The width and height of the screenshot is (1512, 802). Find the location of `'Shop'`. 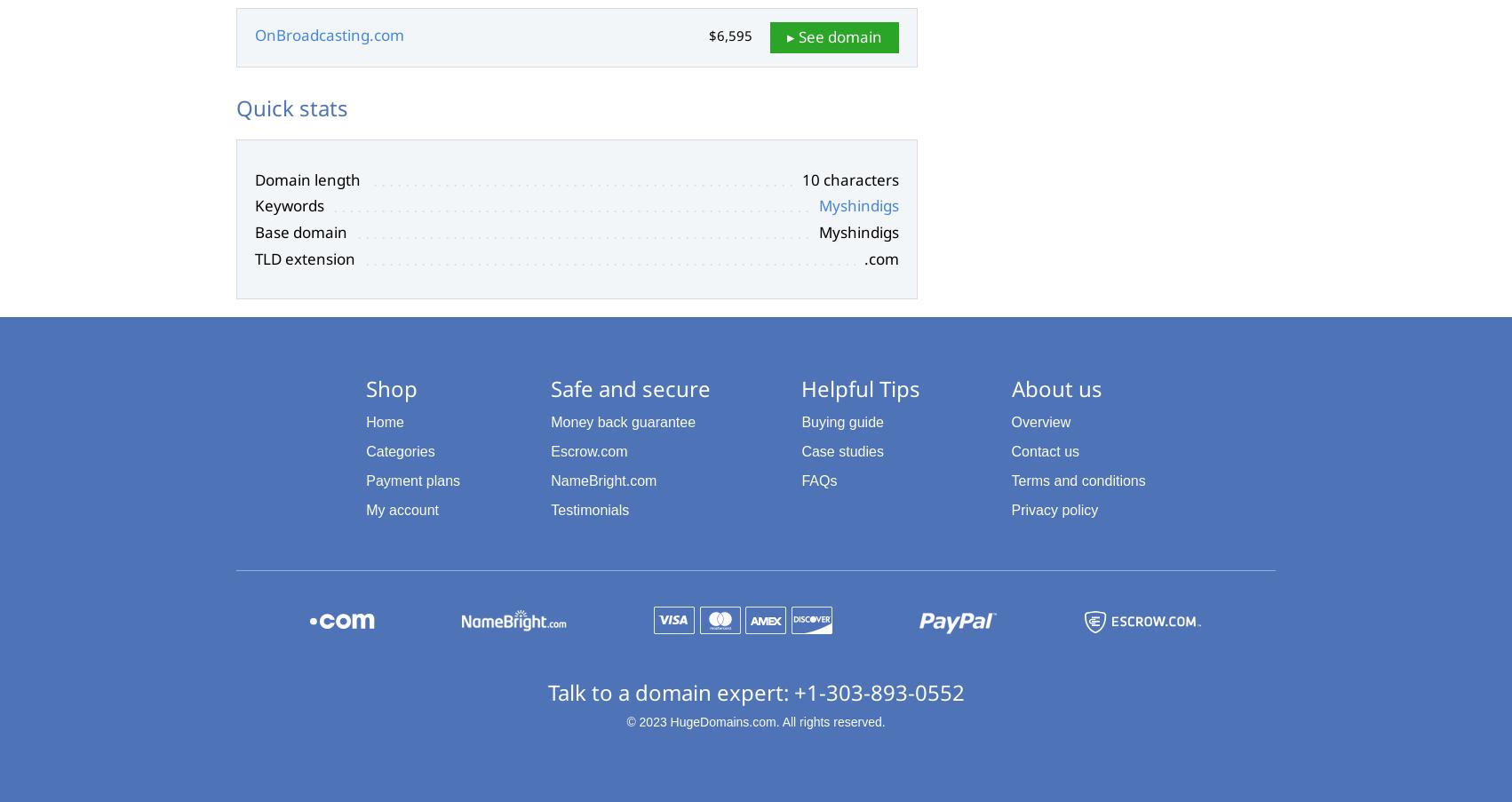

'Shop' is located at coordinates (390, 387).